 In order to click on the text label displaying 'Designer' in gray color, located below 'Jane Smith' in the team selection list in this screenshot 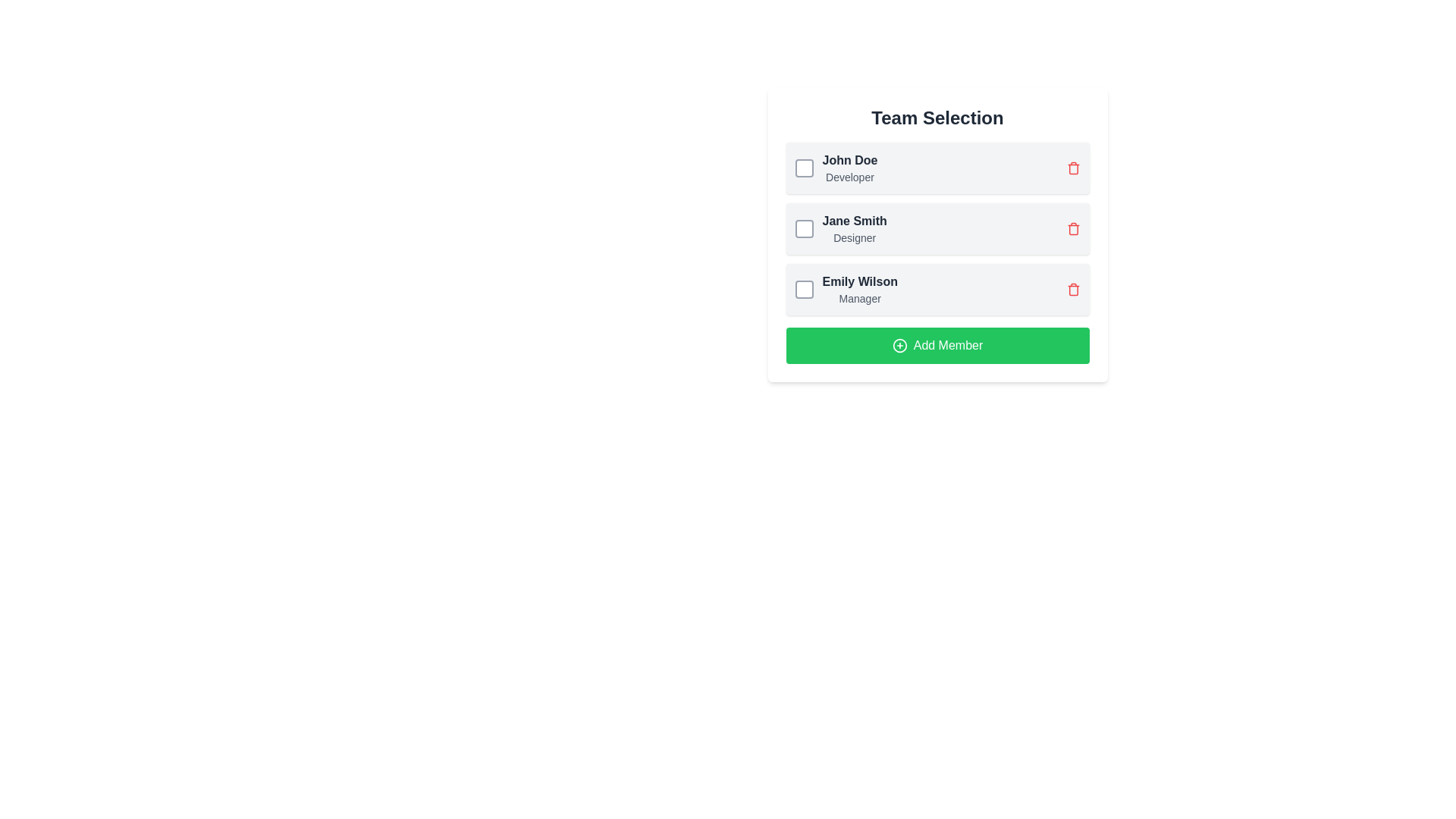, I will do `click(855, 237)`.